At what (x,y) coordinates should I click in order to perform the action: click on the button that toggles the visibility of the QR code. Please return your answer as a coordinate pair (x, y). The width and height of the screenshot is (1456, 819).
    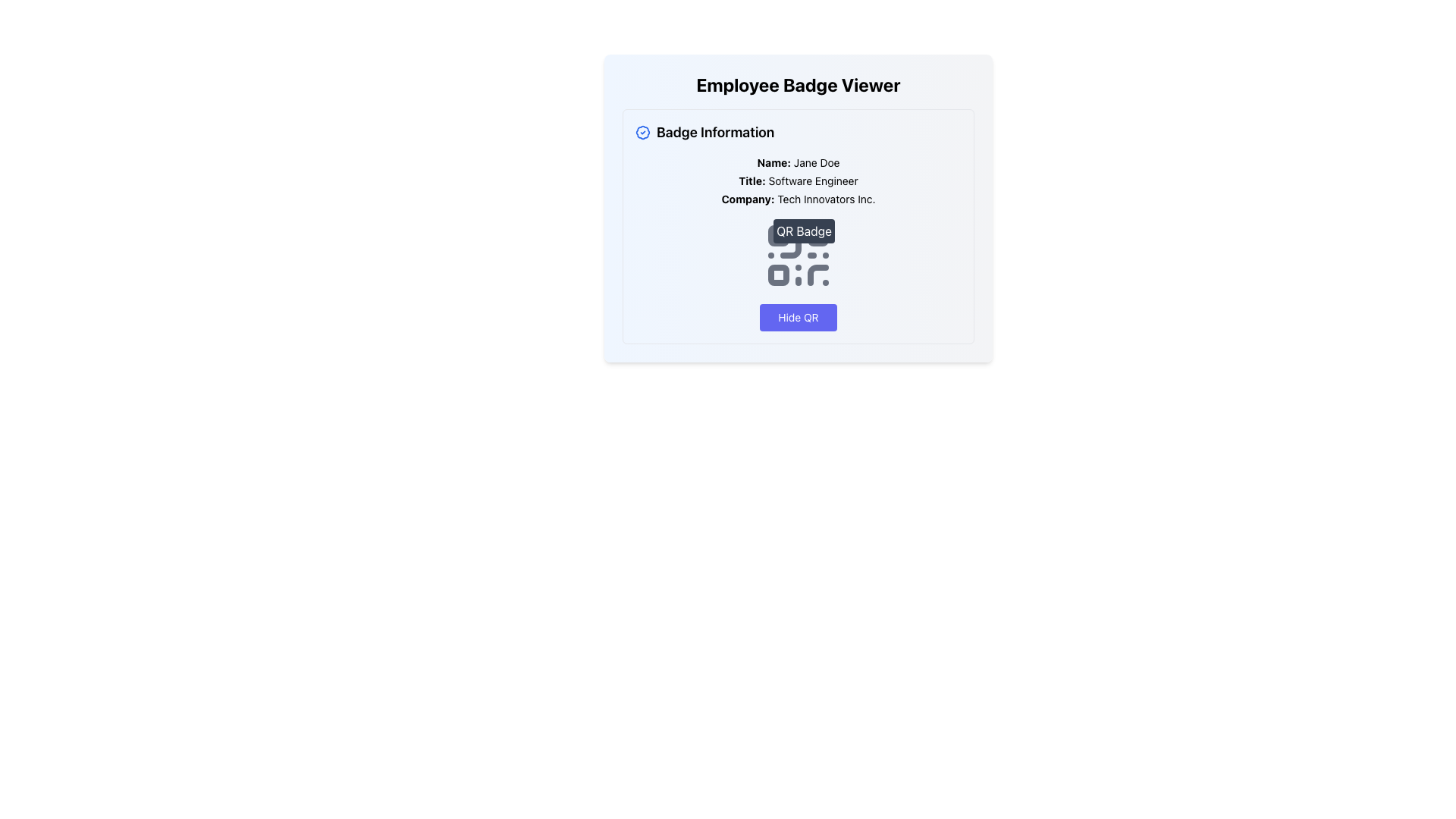
    Looking at the image, I should click on (797, 317).